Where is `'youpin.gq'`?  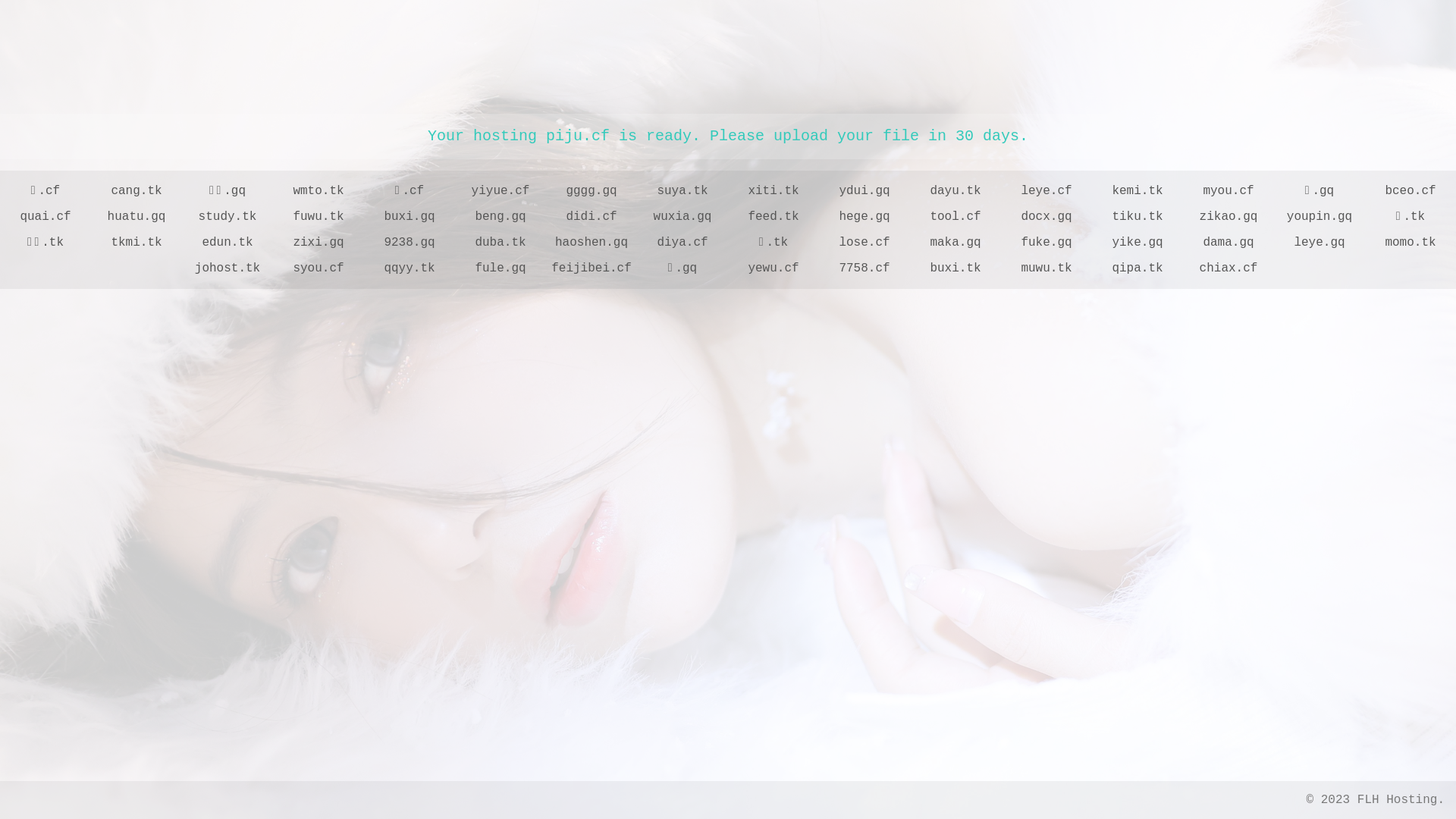 'youpin.gq' is located at coordinates (1318, 216).